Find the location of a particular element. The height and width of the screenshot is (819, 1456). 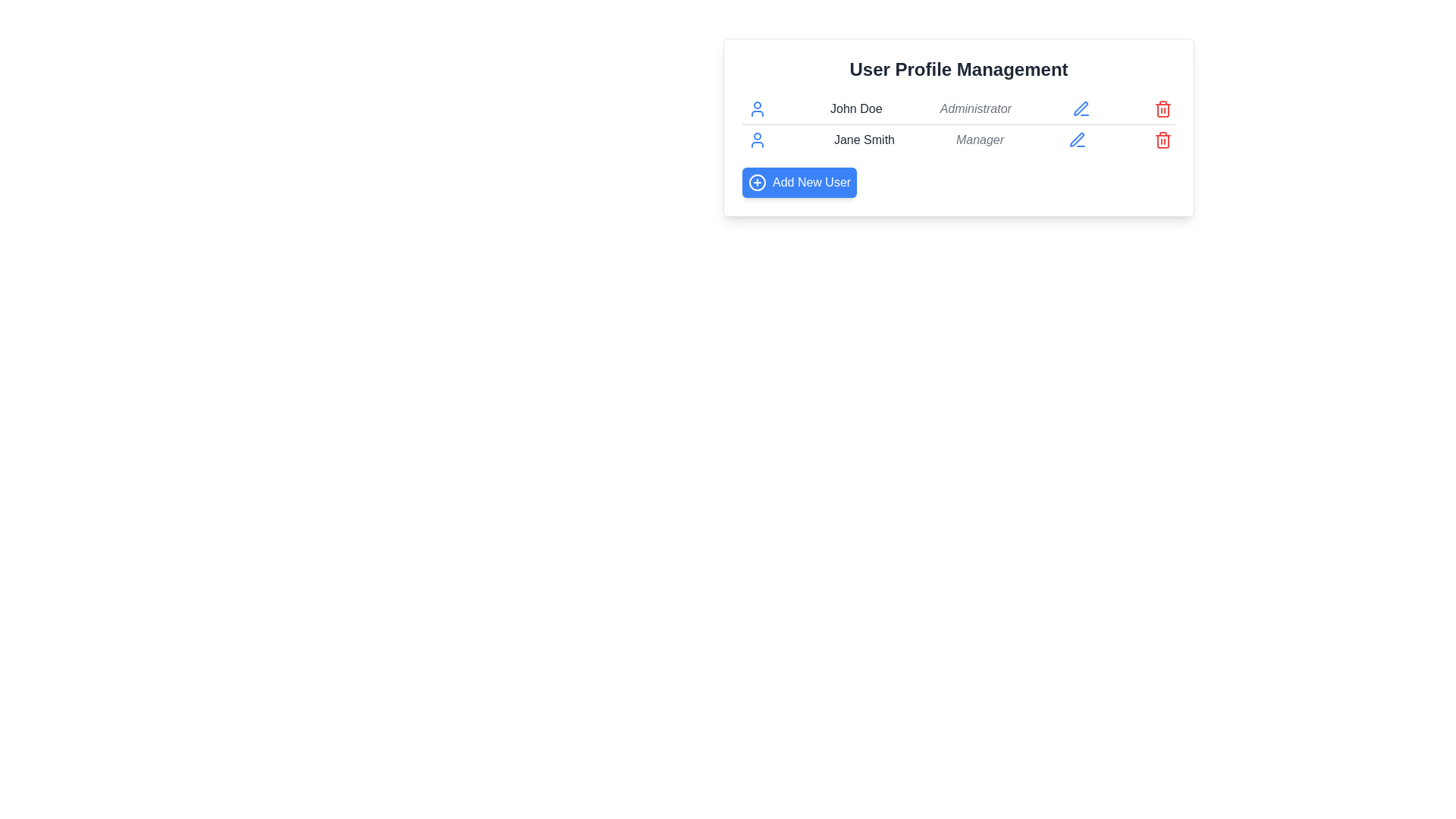

the rectangular button with a blue background and white text that displays 'Add New User', located below the list of users in the 'User Profile Management' card is located at coordinates (799, 181).